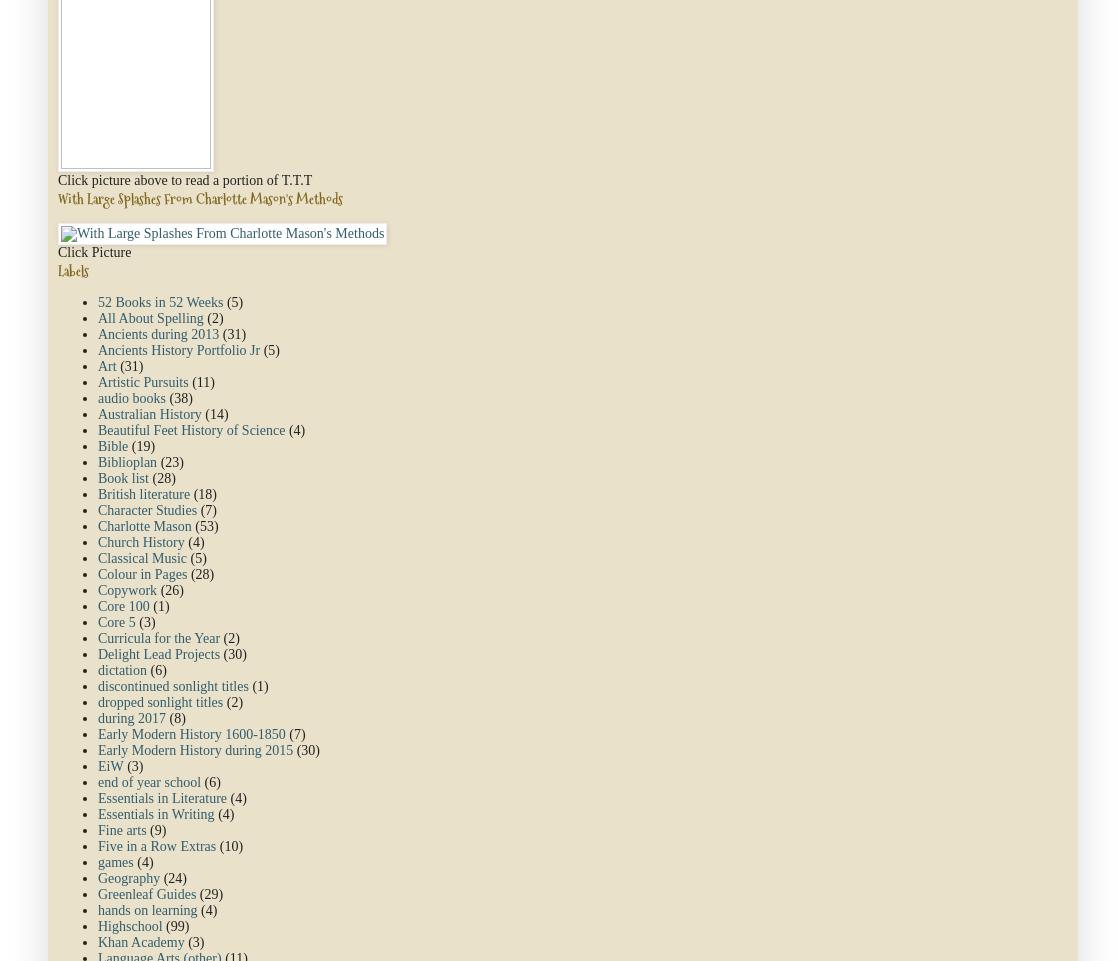  What do you see at coordinates (98, 541) in the screenshot?
I see `'Church History'` at bounding box center [98, 541].